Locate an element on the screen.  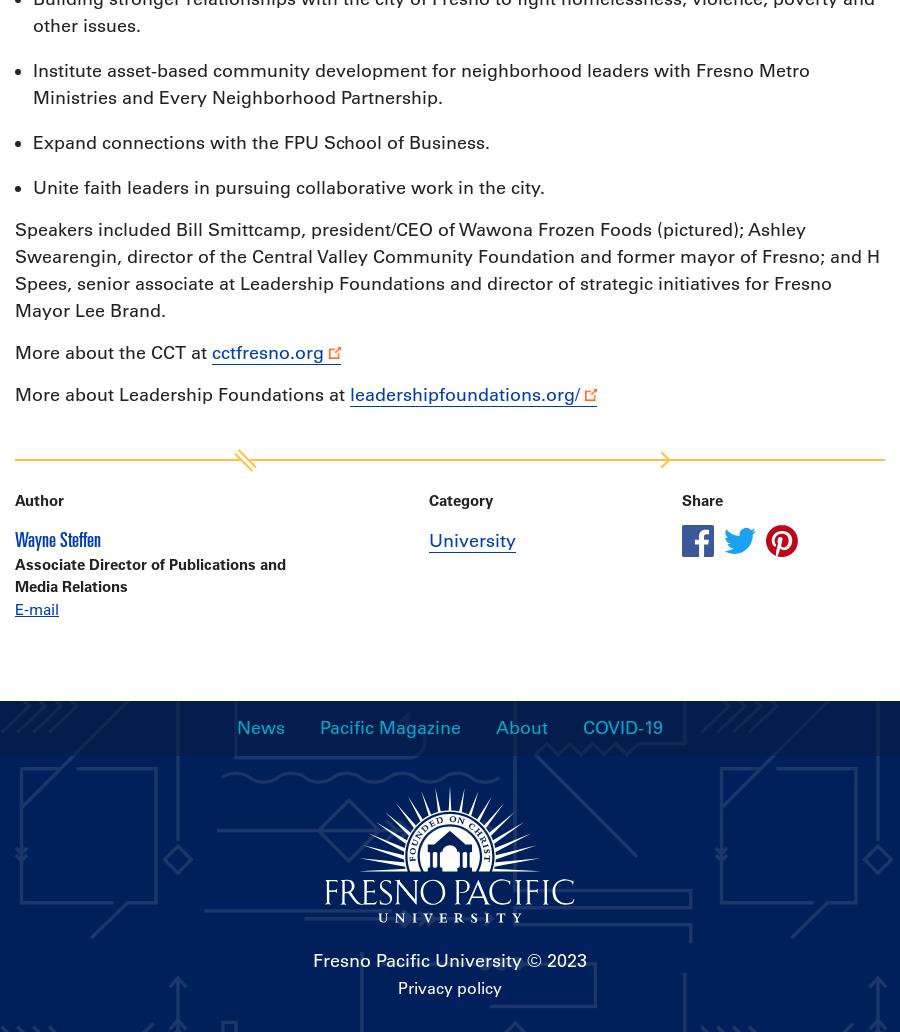
'Pacific Magazine' is located at coordinates (390, 726).